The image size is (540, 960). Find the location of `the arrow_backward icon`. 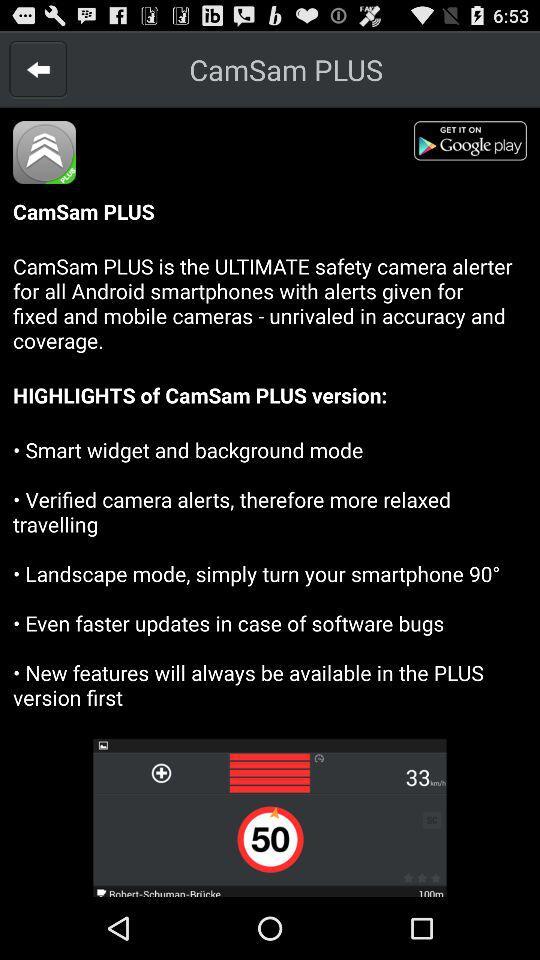

the arrow_backward icon is located at coordinates (38, 74).